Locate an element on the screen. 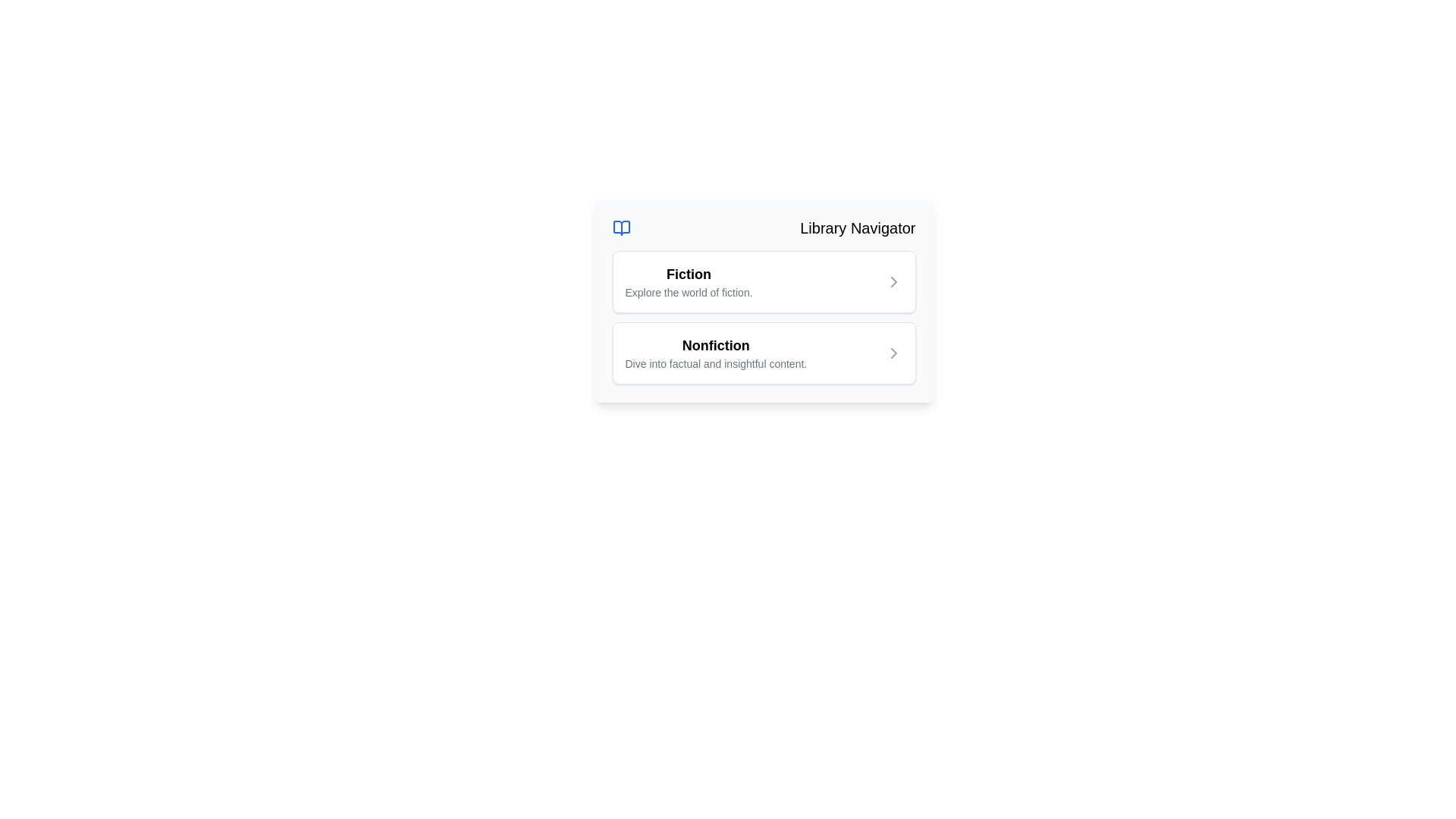  the Text block with header and description in the 'Library Navigator' interface is located at coordinates (688, 281).